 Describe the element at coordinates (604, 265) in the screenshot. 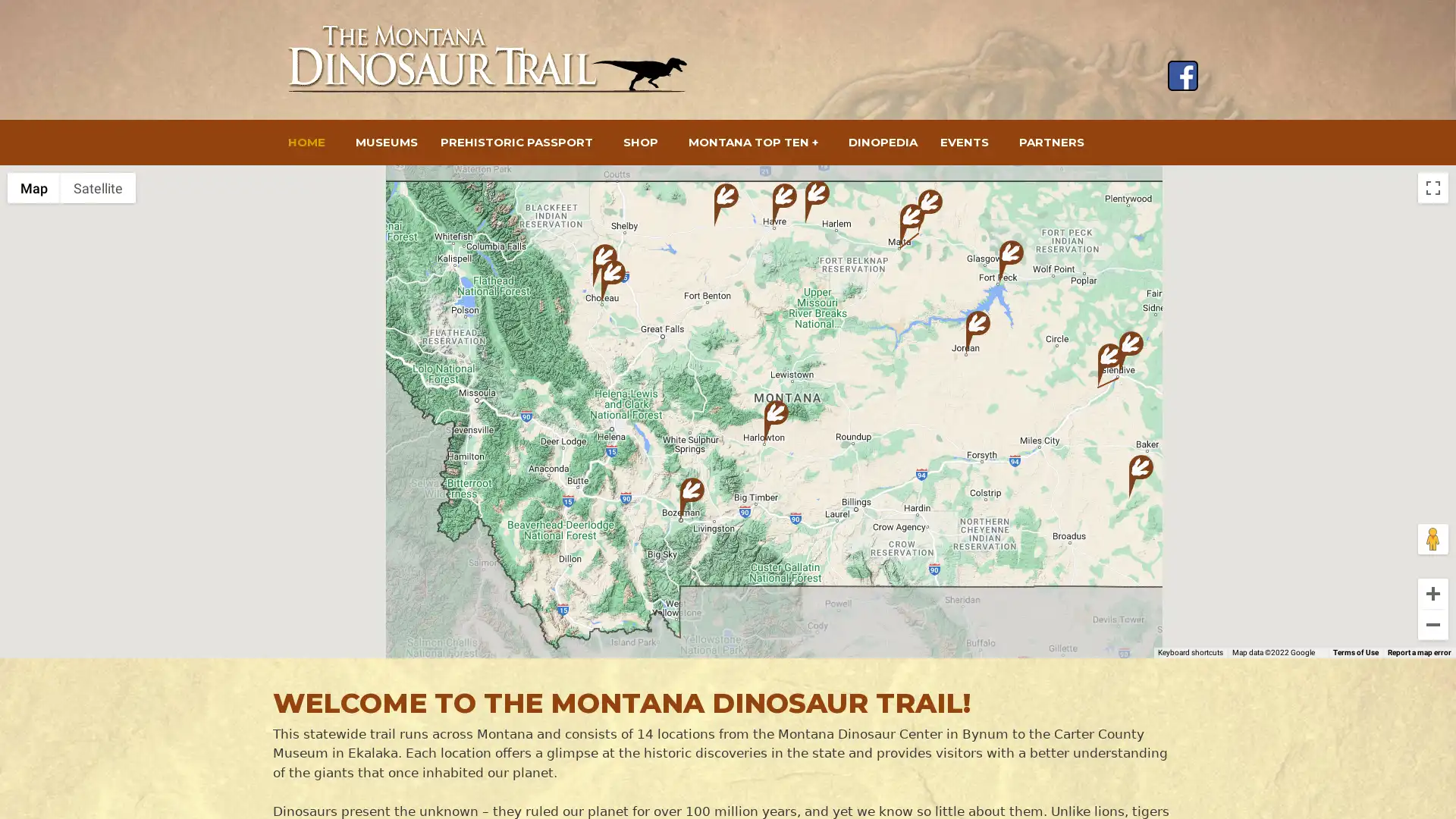

I see `Montana Dinosaur Center` at that location.